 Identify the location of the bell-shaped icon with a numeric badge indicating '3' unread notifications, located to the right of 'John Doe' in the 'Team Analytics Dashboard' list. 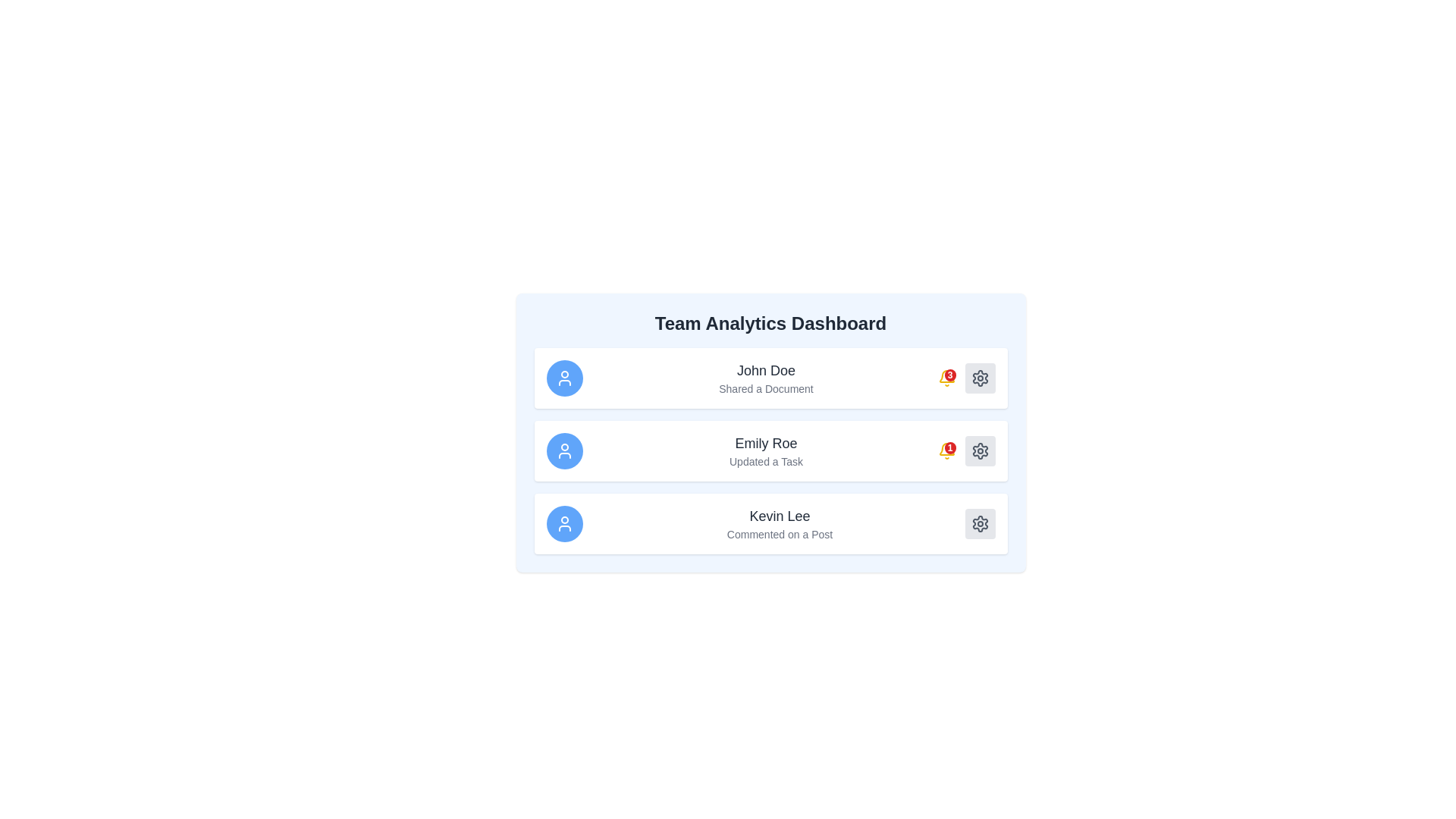
(946, 375).